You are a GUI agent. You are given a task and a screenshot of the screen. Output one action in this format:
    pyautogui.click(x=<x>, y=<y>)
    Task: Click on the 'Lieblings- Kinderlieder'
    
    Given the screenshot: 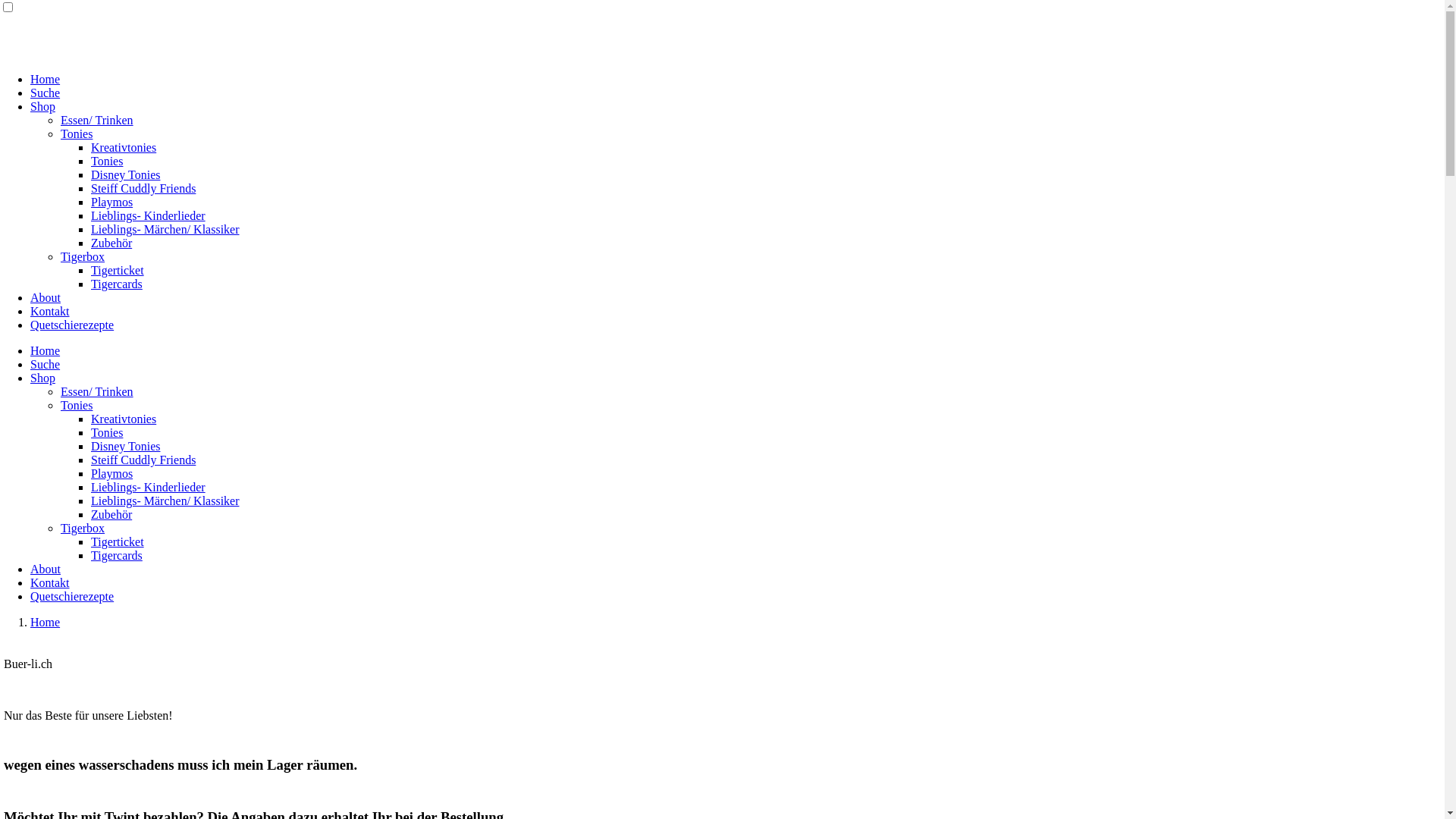 What is the action you would take?
    pyautogui.click(x=148, y=215)
    